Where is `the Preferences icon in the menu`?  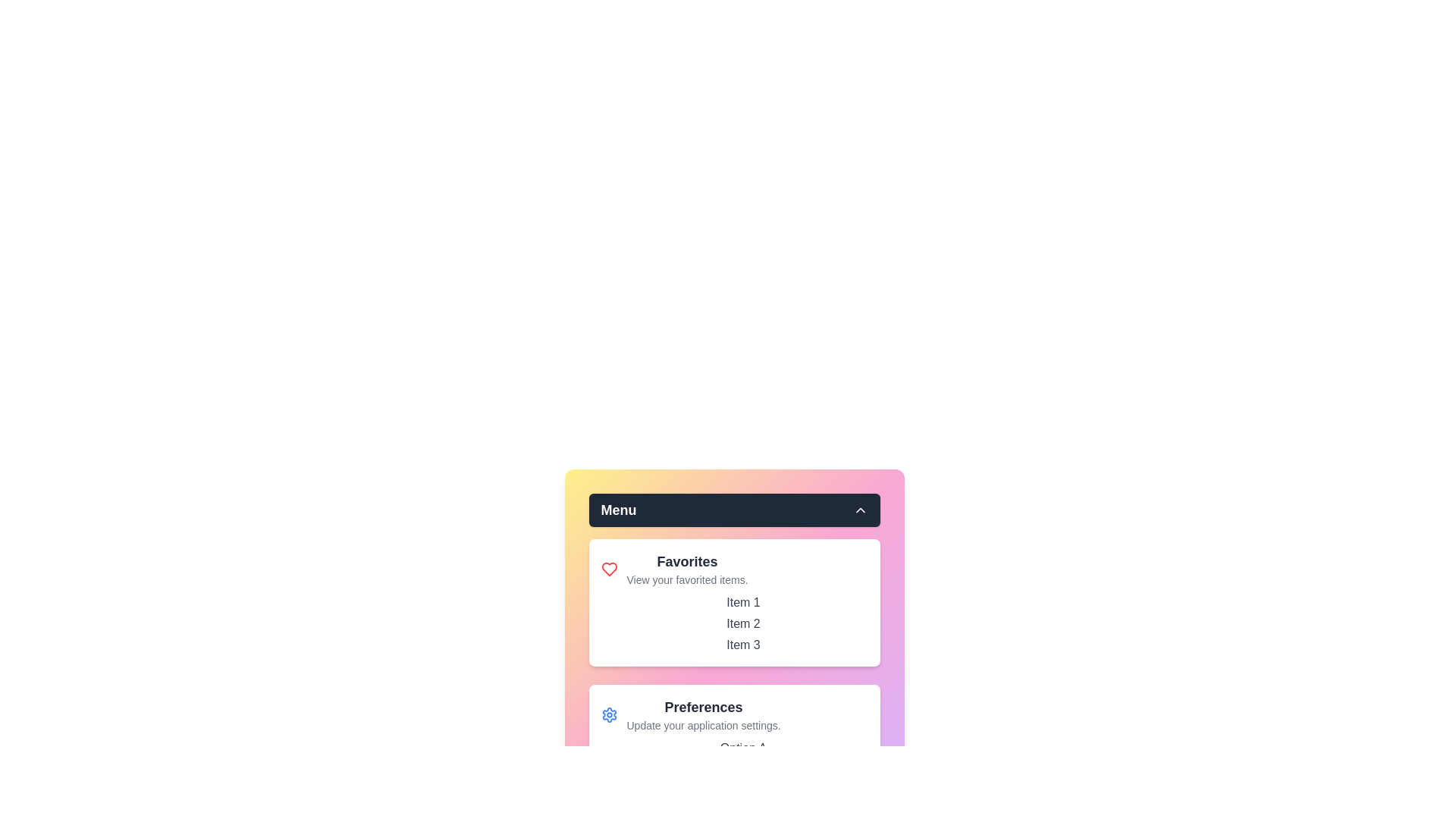 the Preferences icon in the menu is located at coordinates (609, 714).